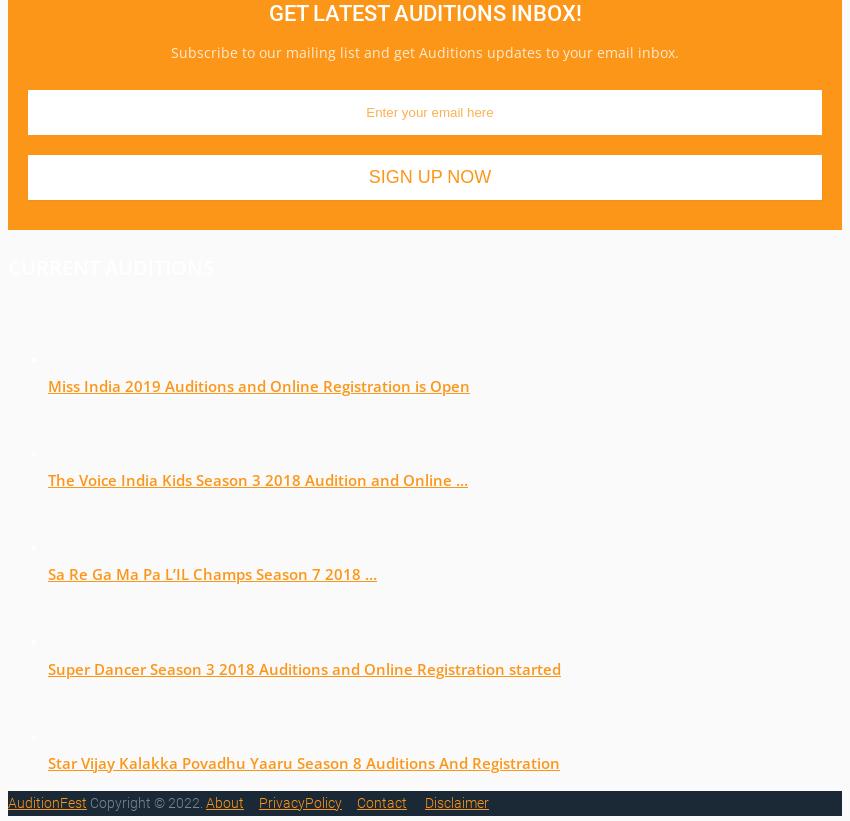  I want to click on 'The Voice India Kids Season 3 2018 Audition and Online …', so click(48, 479).